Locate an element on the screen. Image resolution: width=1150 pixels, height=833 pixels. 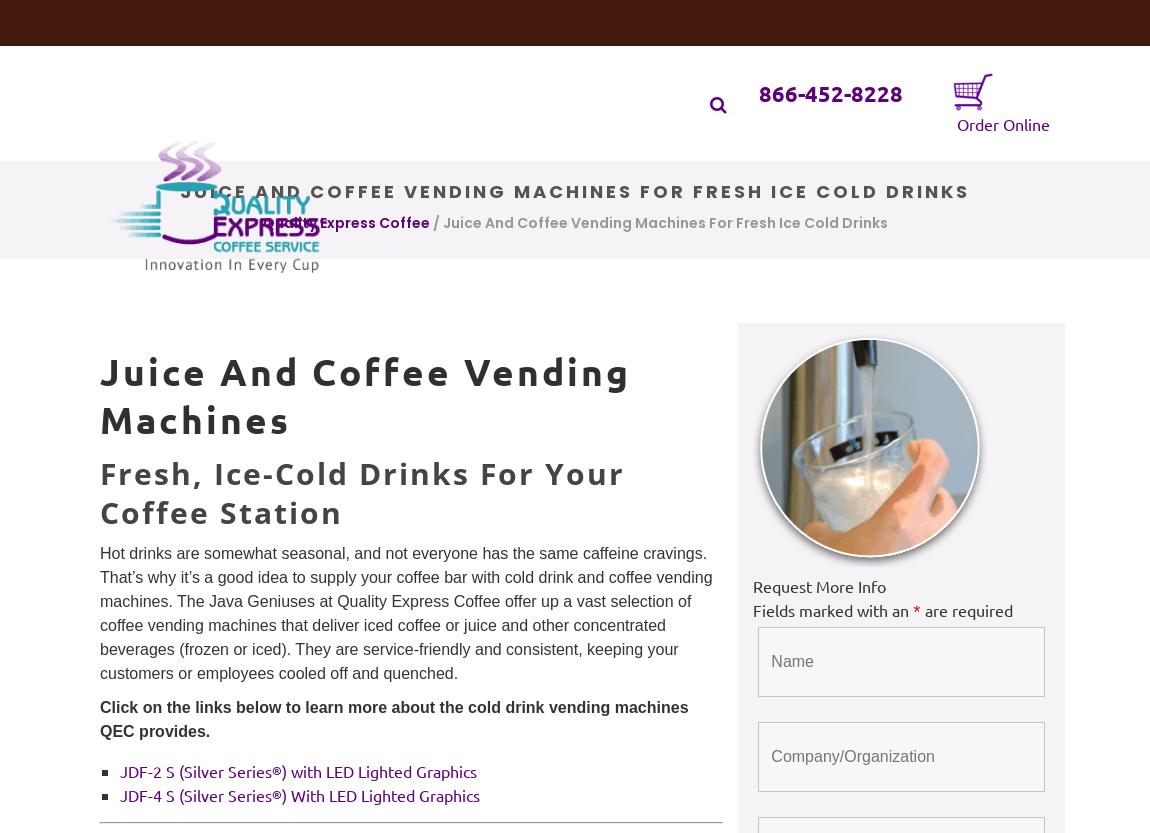
'Water & Ice Service' is located at coordinates (533, 67).